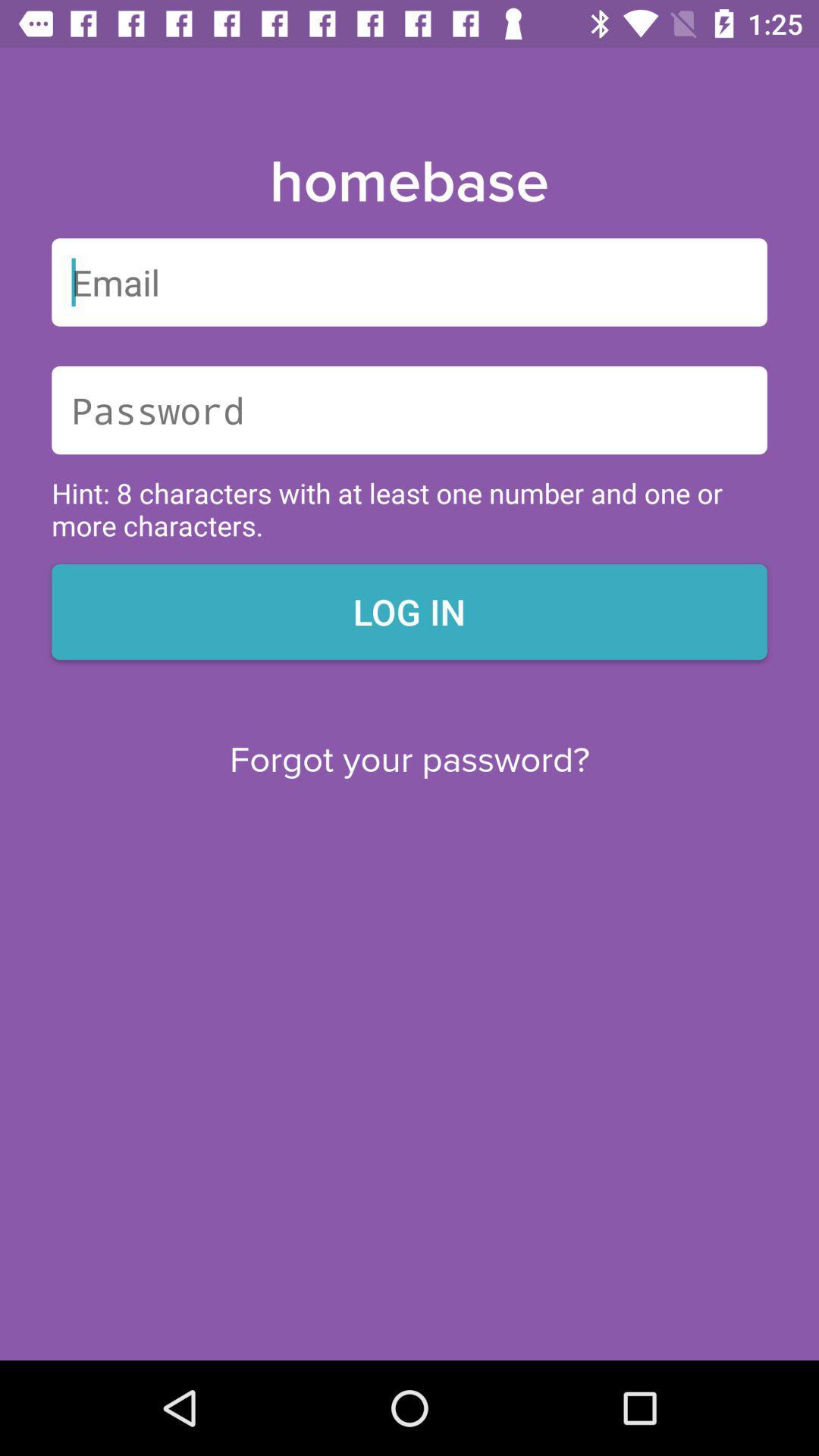  Describe the element at coordinates (409, 761) in the screenshot. I see `the forgot your password? icon` at that location.